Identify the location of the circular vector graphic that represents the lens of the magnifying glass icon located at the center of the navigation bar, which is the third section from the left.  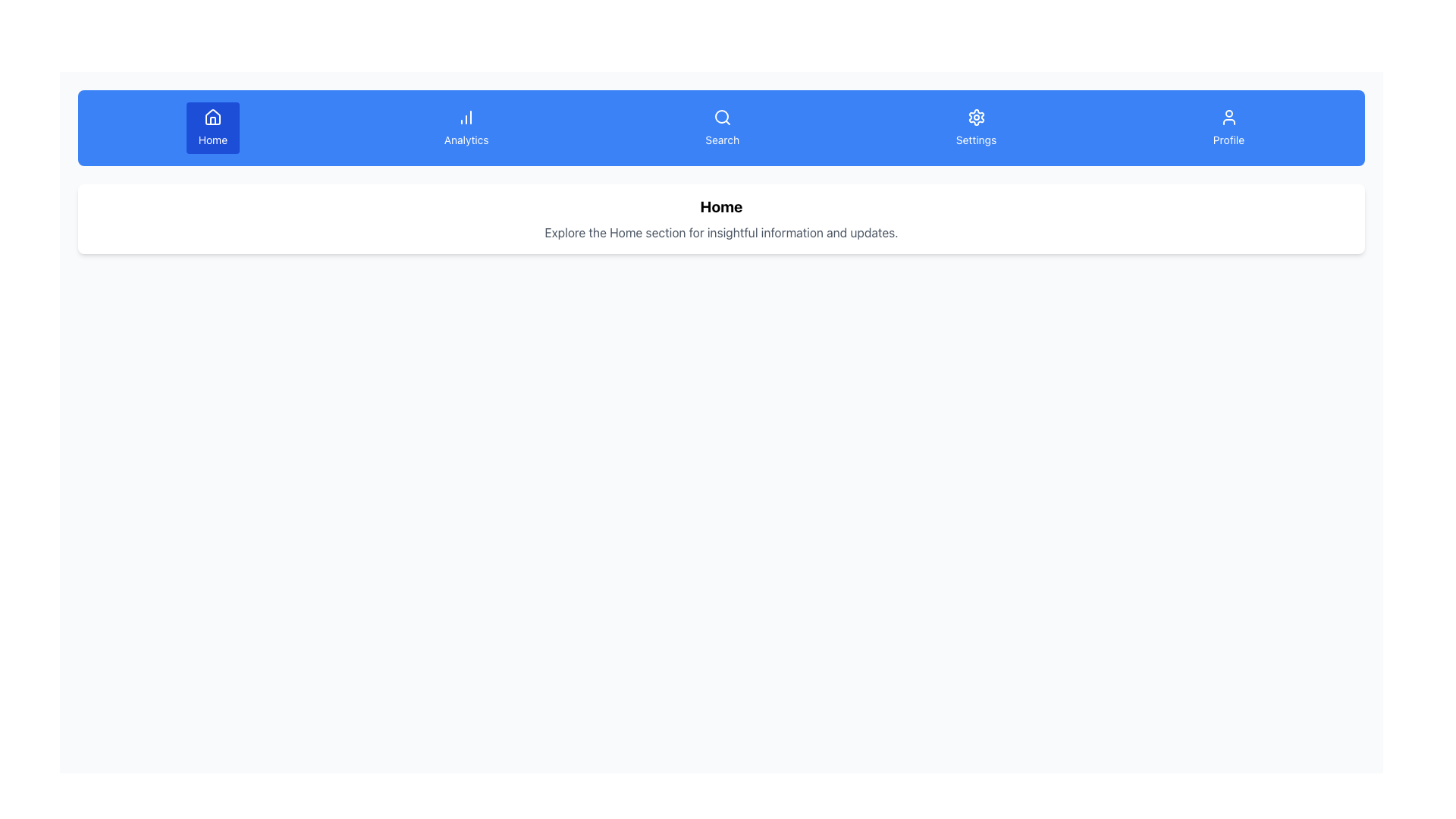
(720, 116).